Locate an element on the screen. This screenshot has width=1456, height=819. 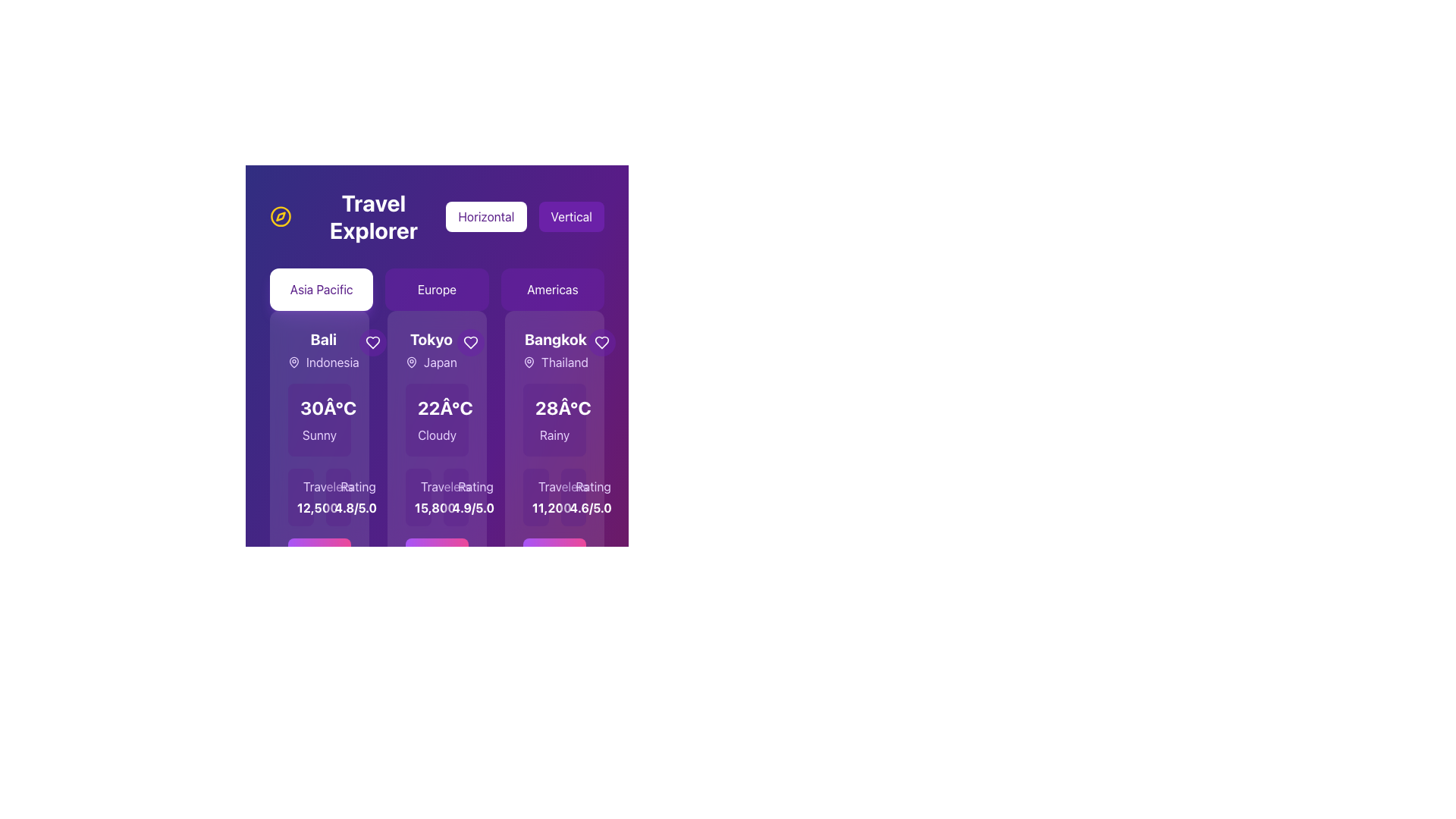
the heart-shaped icon under 'Tokyo, Japan' in the 'Travel Explorer' UI to mark it as a favorite is located at coordinates (469, 342).